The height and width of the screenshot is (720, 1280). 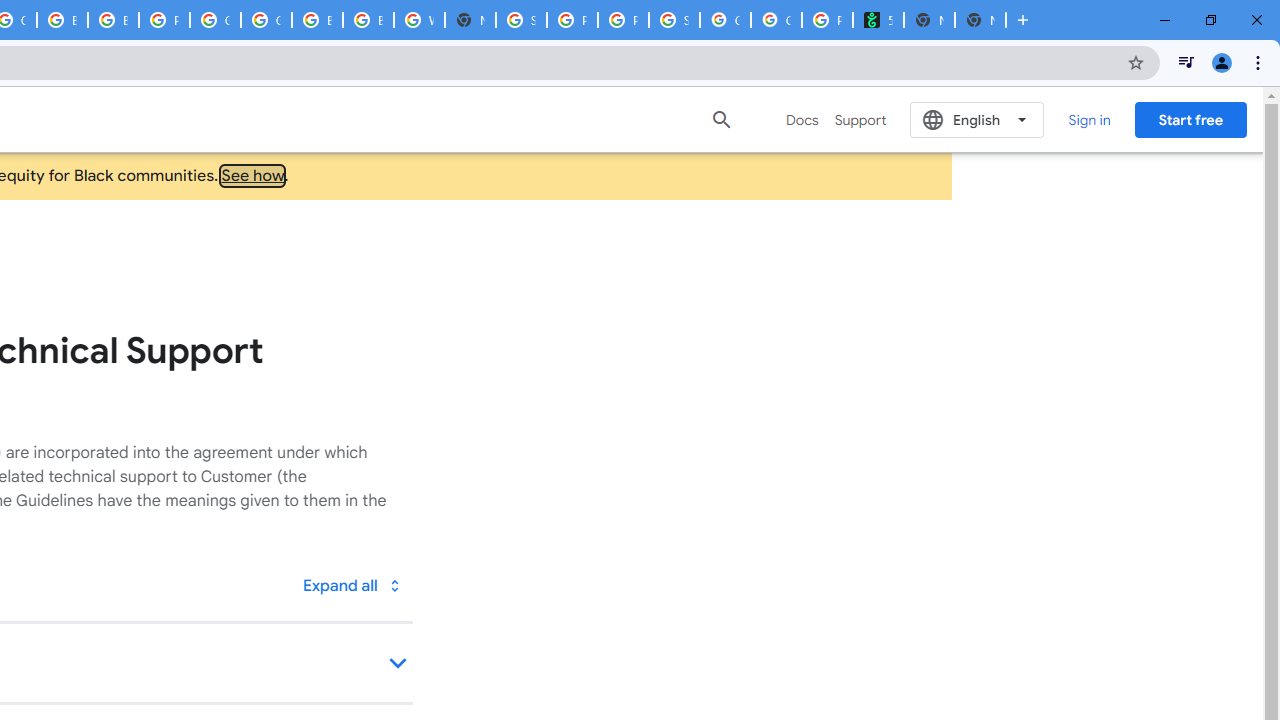 What do you see at coordinates (802, 119) in the screenshot?
I see `'Docs'` at bounding box center [802, 119].